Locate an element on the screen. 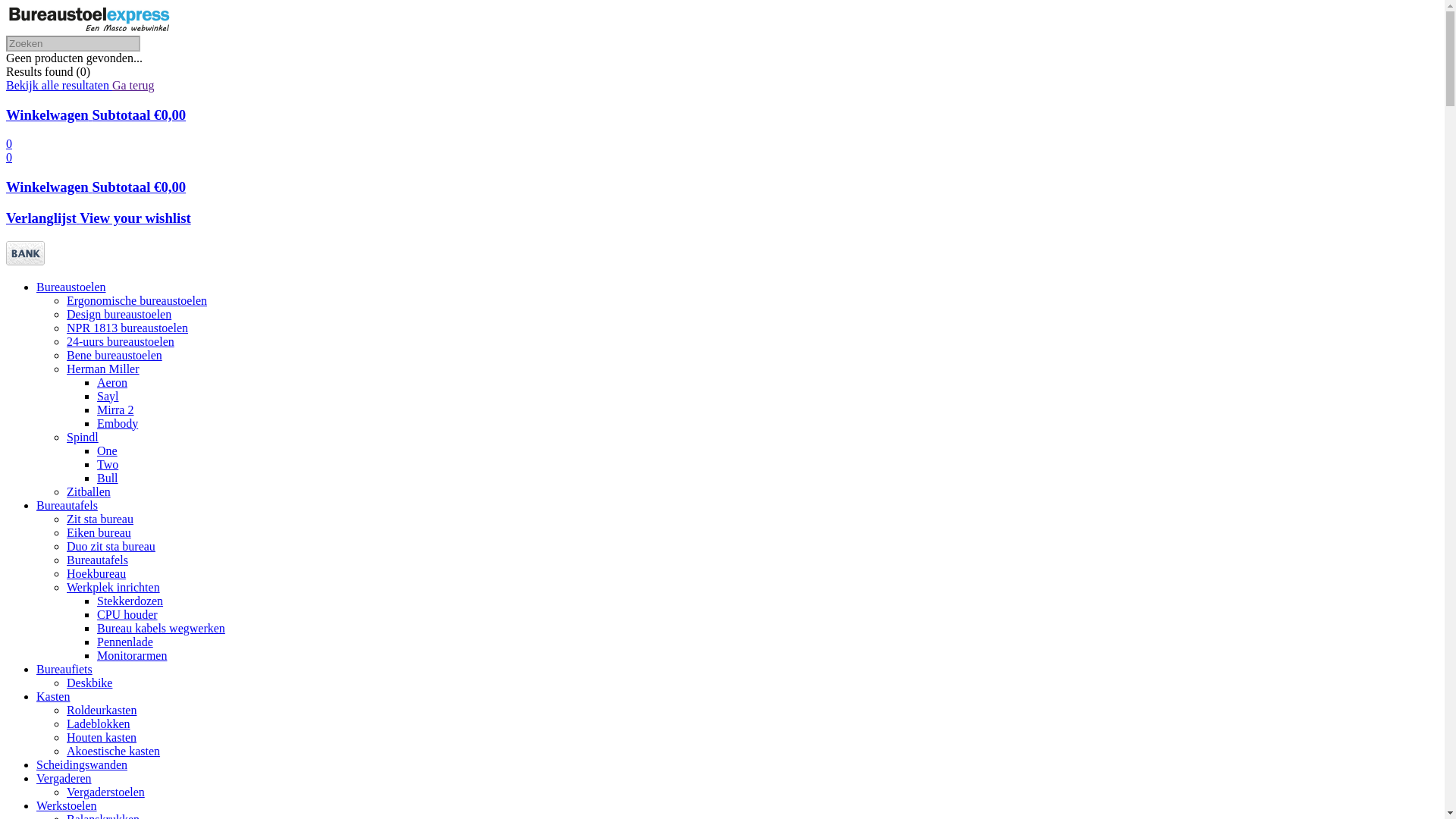 The width and height of the screenshot is (1456, 819). 'Kasten' is located at coordinates (53, 696).